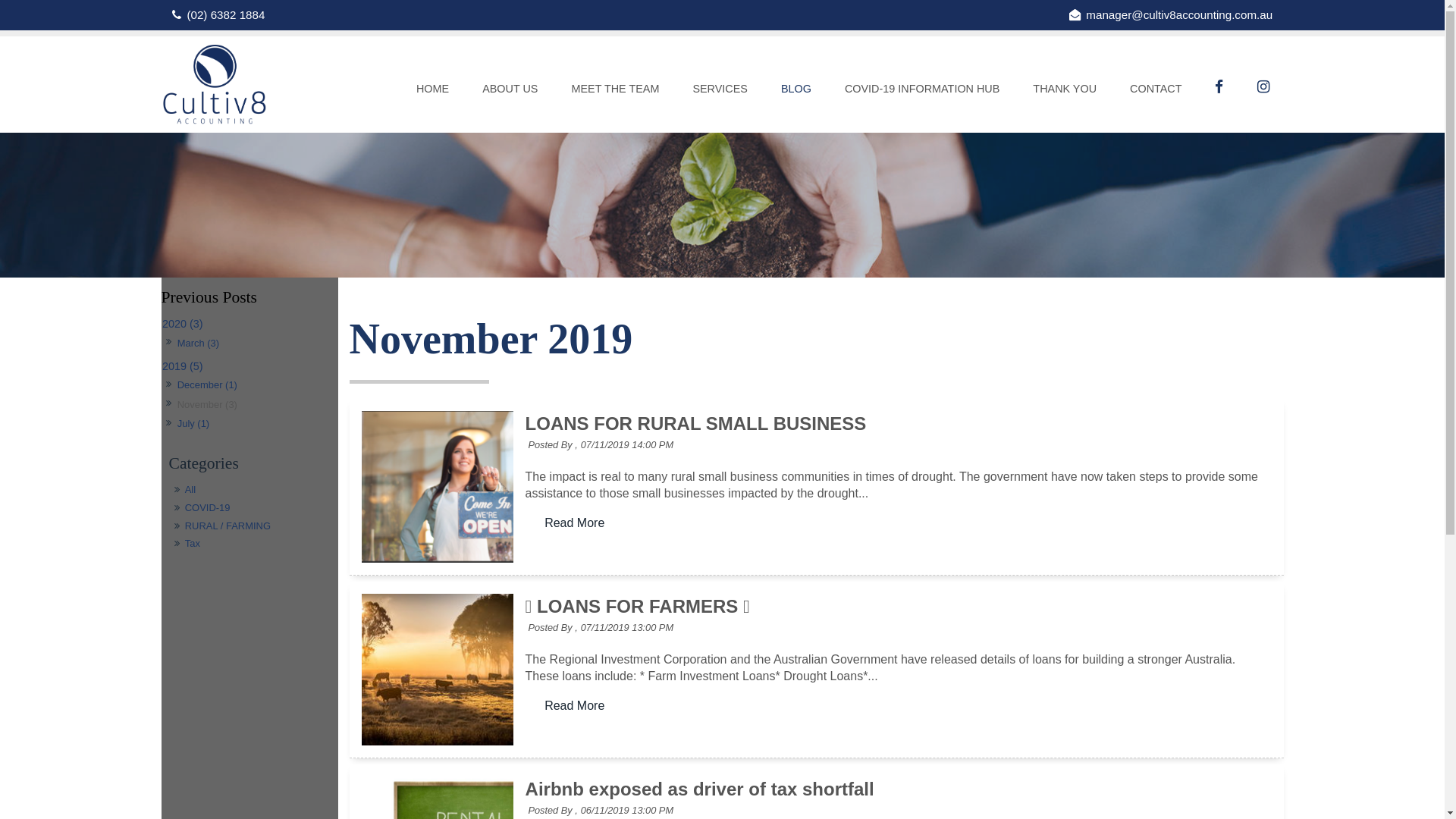 Image resolution: width=1456 pixels, height=819 pixels. I want to click on 'MEET THE TEAM', so click(615, 90).